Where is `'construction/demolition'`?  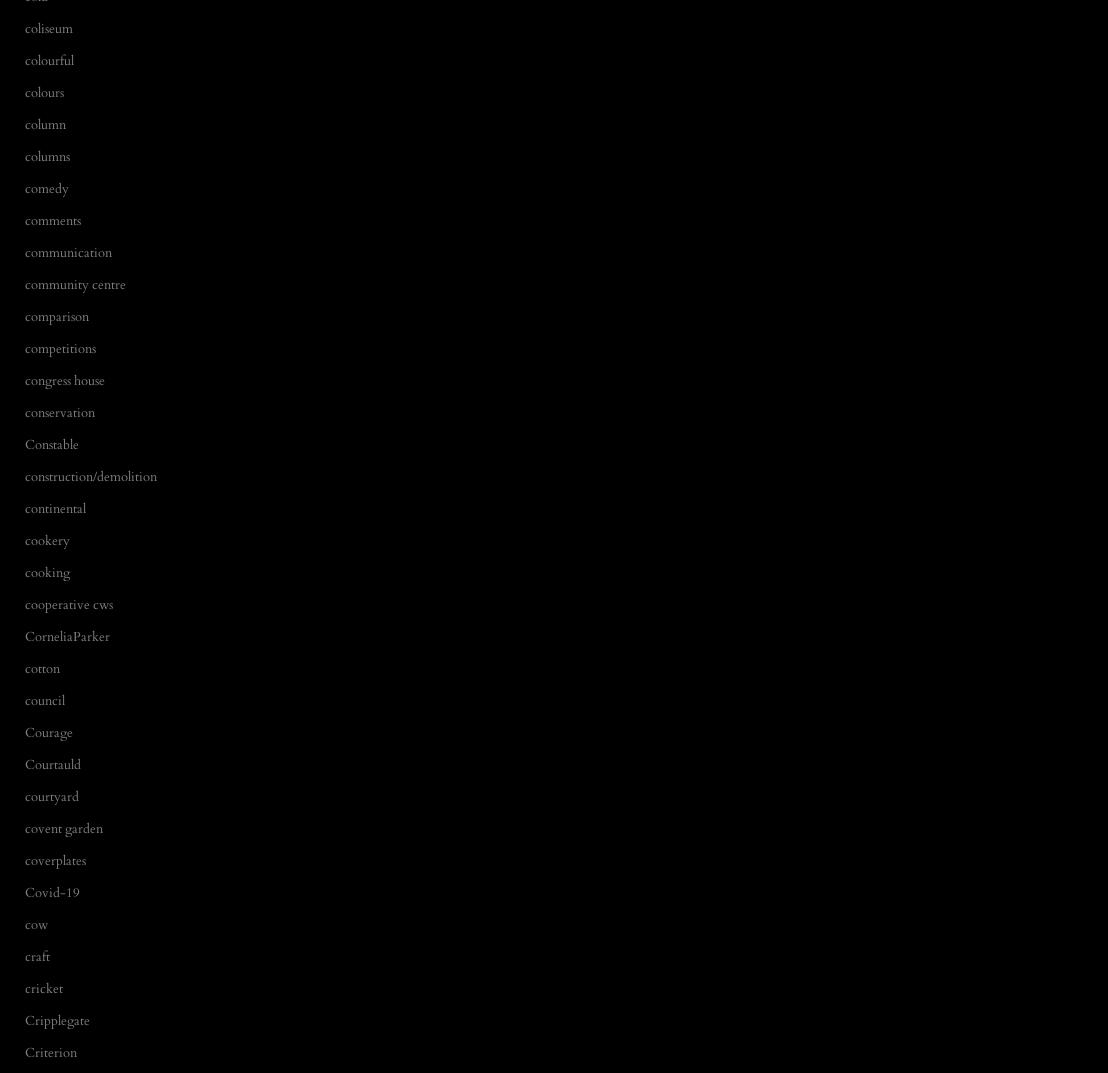 'construction/demolition' is located at coordinates (89, 475).